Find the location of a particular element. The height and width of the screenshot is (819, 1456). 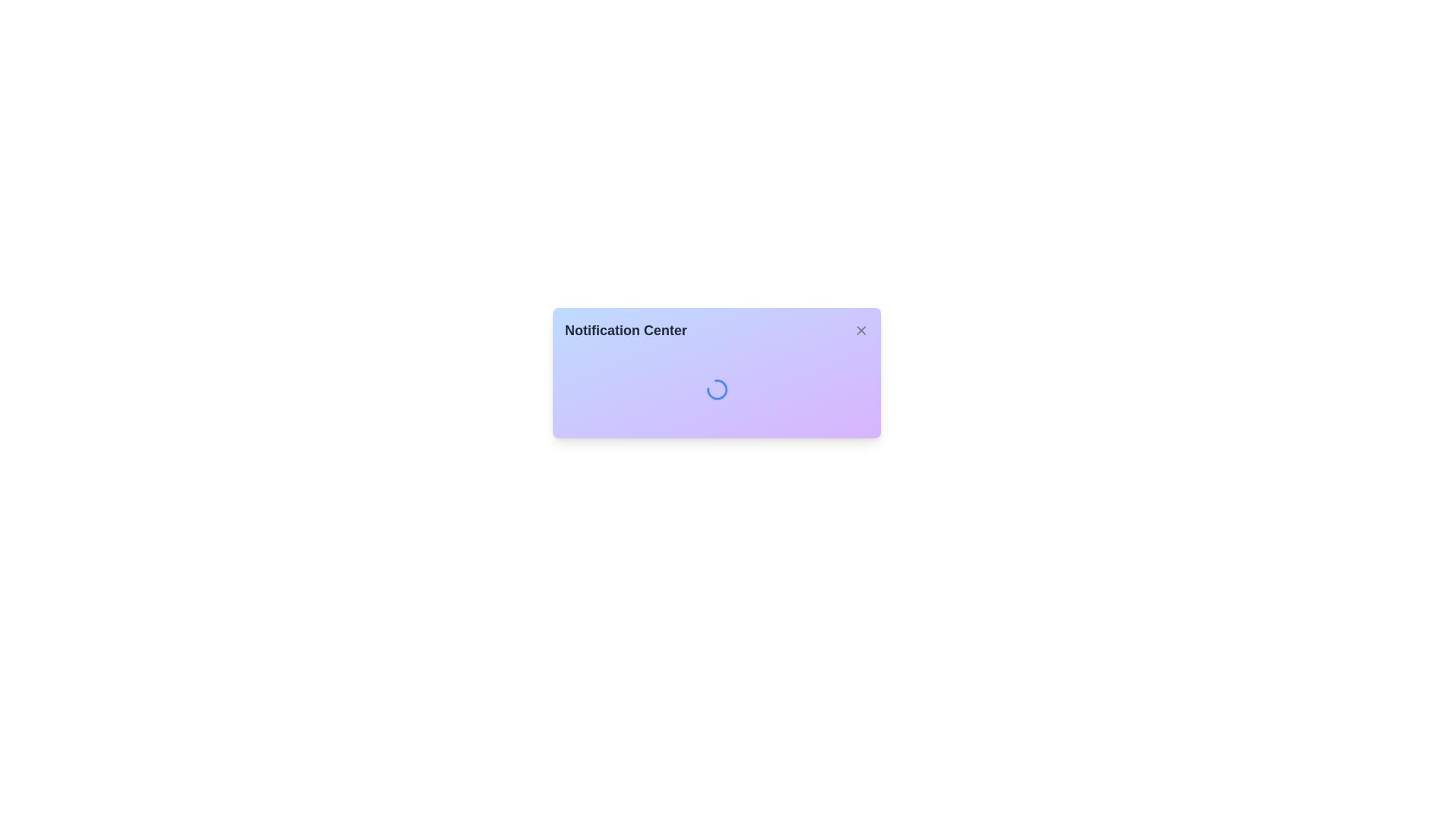

the spinning circular loading icon in the Notification Center dialog, which is styled with a blue hue and appears centered within a light purple gradient box is located at coordinates (716, 388).